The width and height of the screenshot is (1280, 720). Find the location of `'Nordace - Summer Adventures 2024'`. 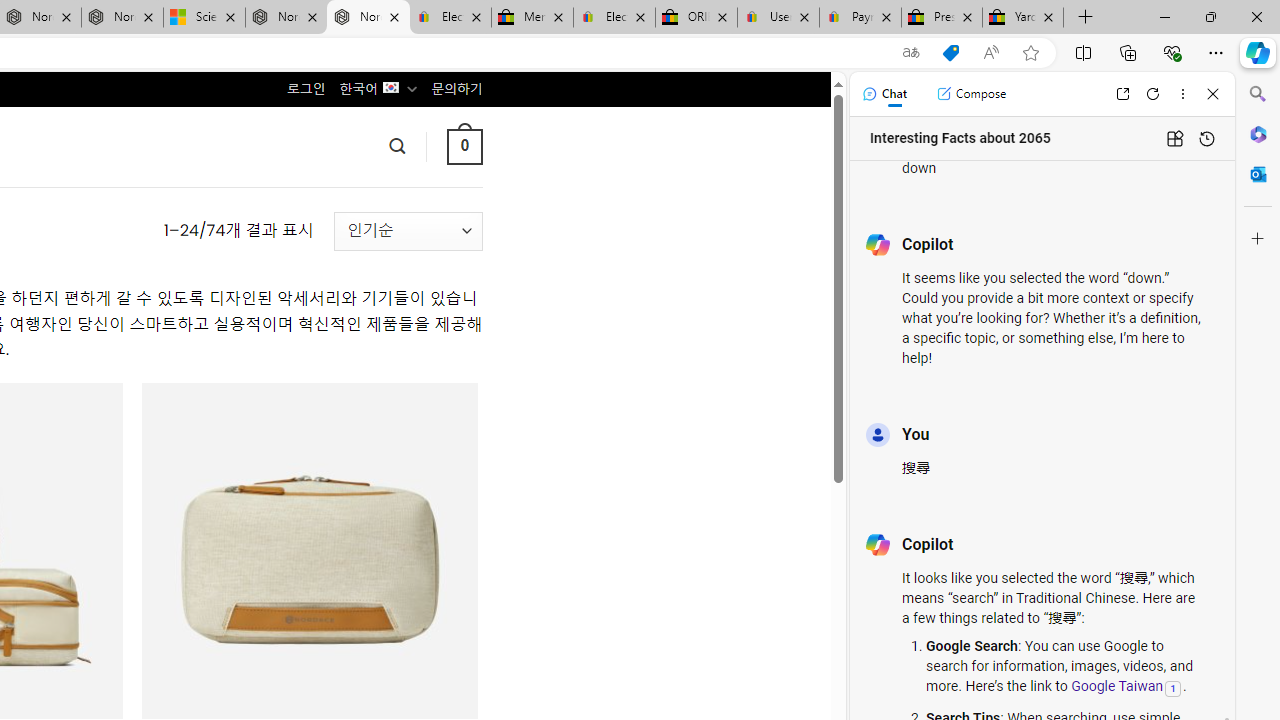

'Nordace - Summer Adventures 2024' is located at coordinates (285, 17).